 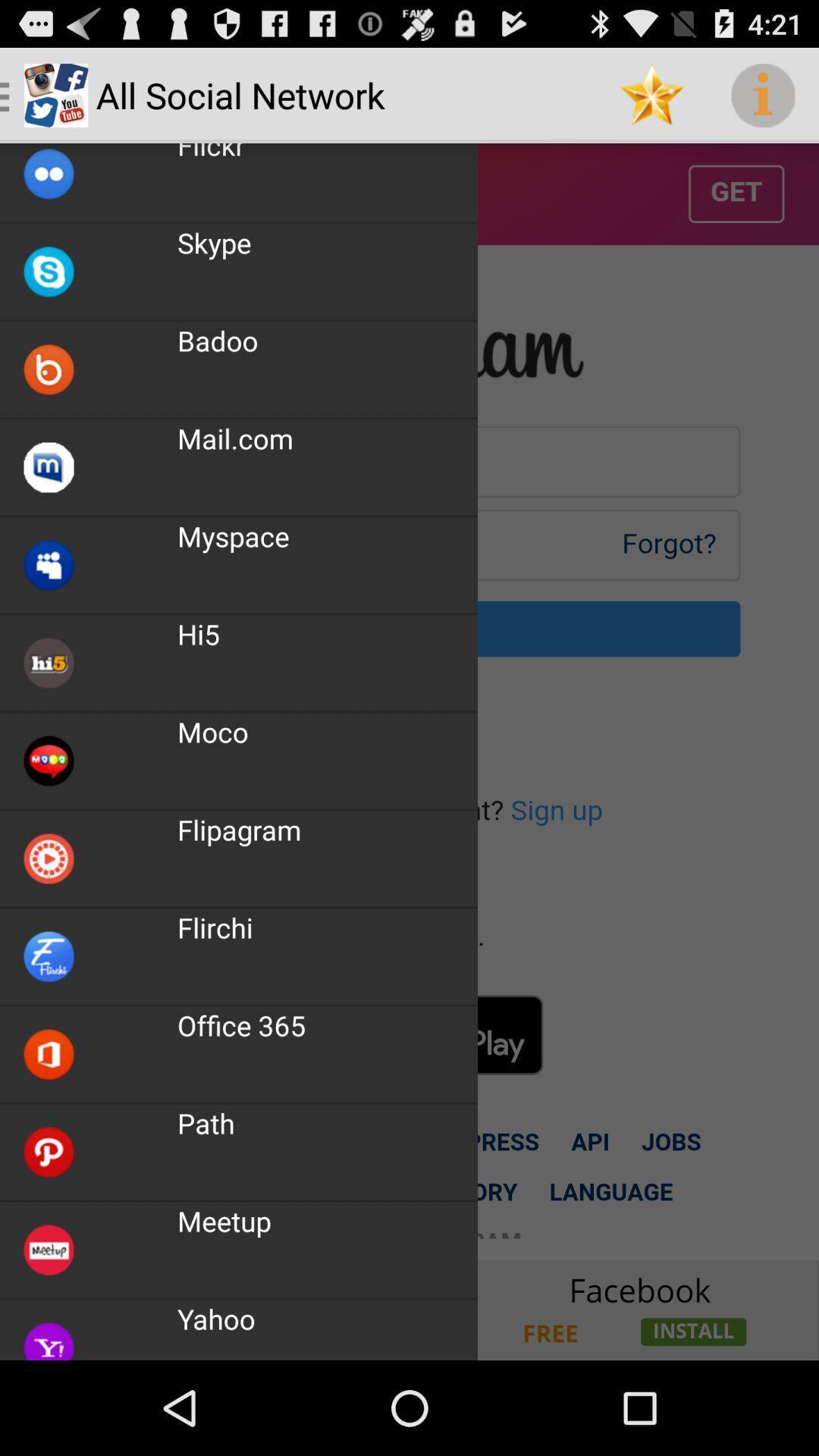 I want to click on the office 365 item, so click(x=240, y=1025).